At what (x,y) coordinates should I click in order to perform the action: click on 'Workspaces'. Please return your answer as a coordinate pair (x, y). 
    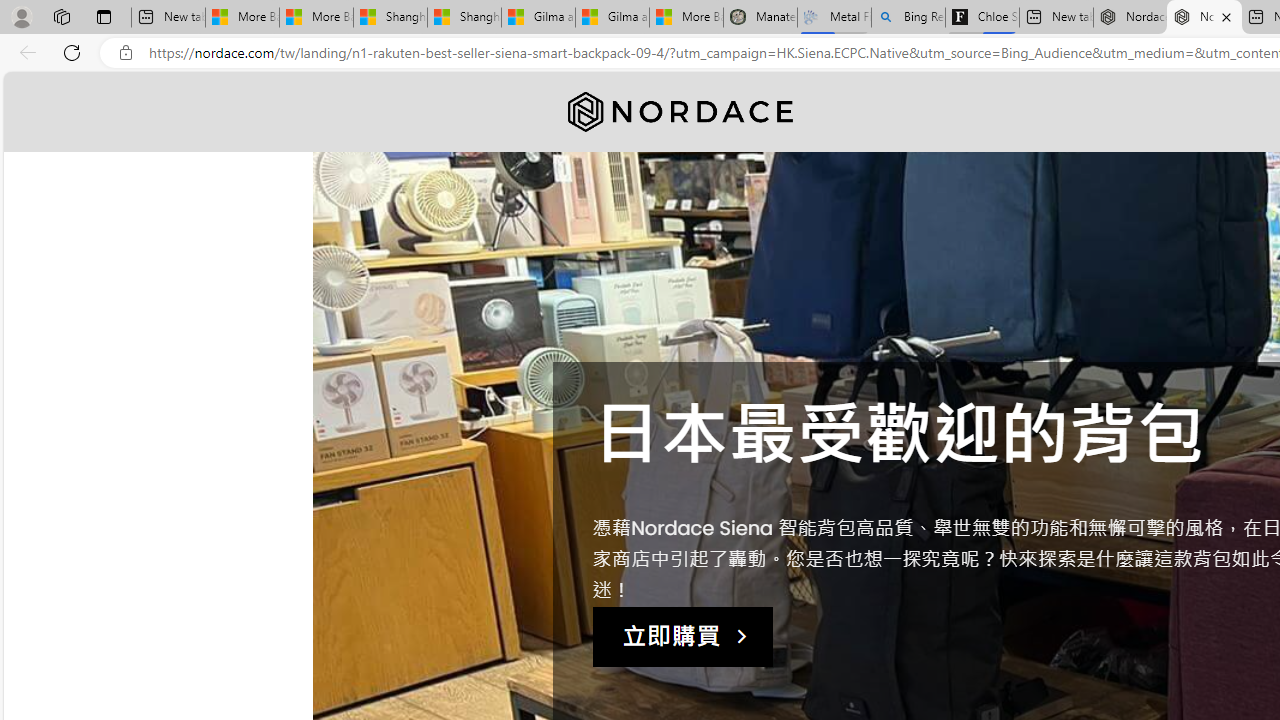
    Looking at the image, I should click on (61, 16).